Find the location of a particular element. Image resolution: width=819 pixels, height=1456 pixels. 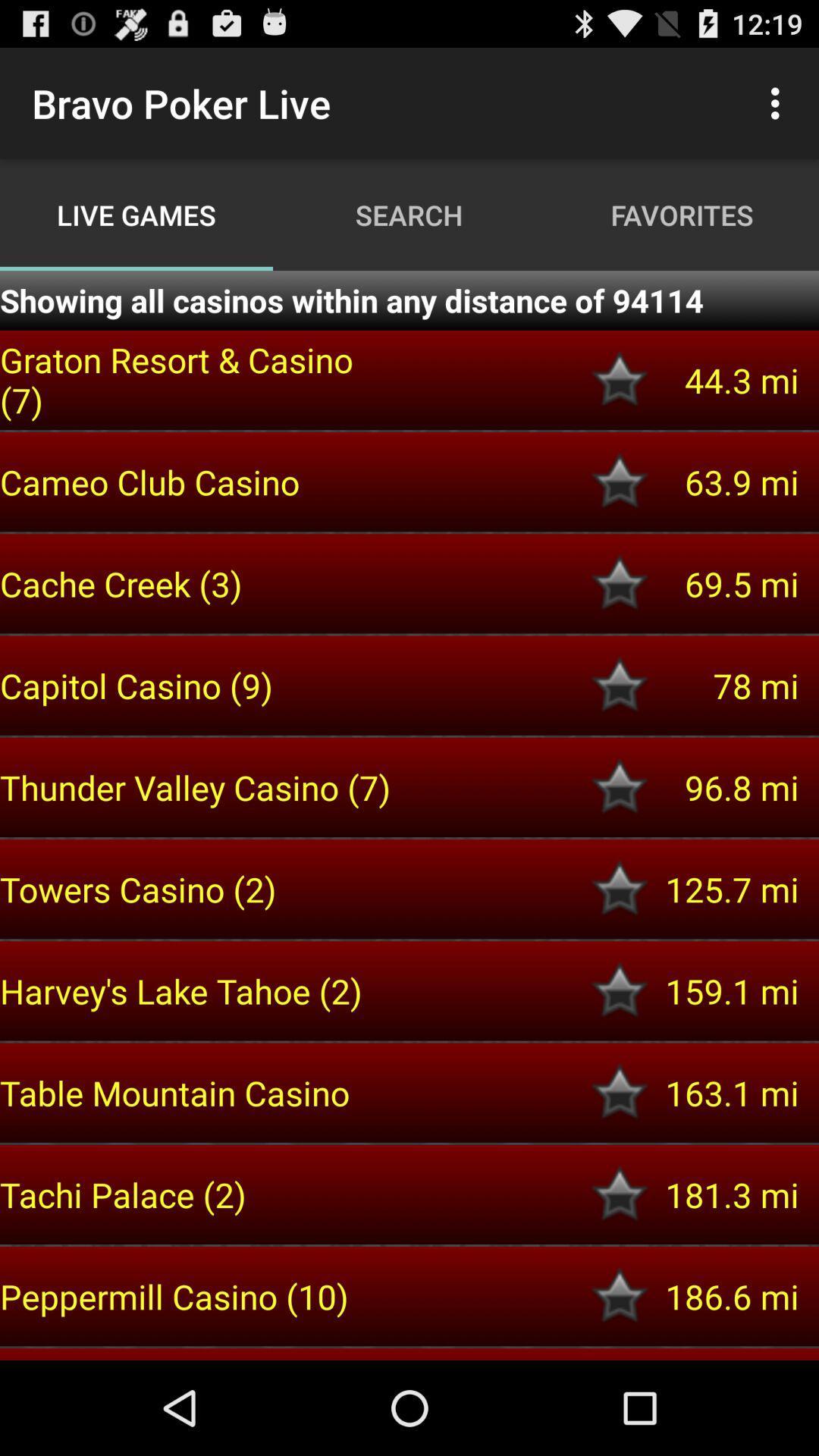

favorite is located at coordinates (620, 1093).